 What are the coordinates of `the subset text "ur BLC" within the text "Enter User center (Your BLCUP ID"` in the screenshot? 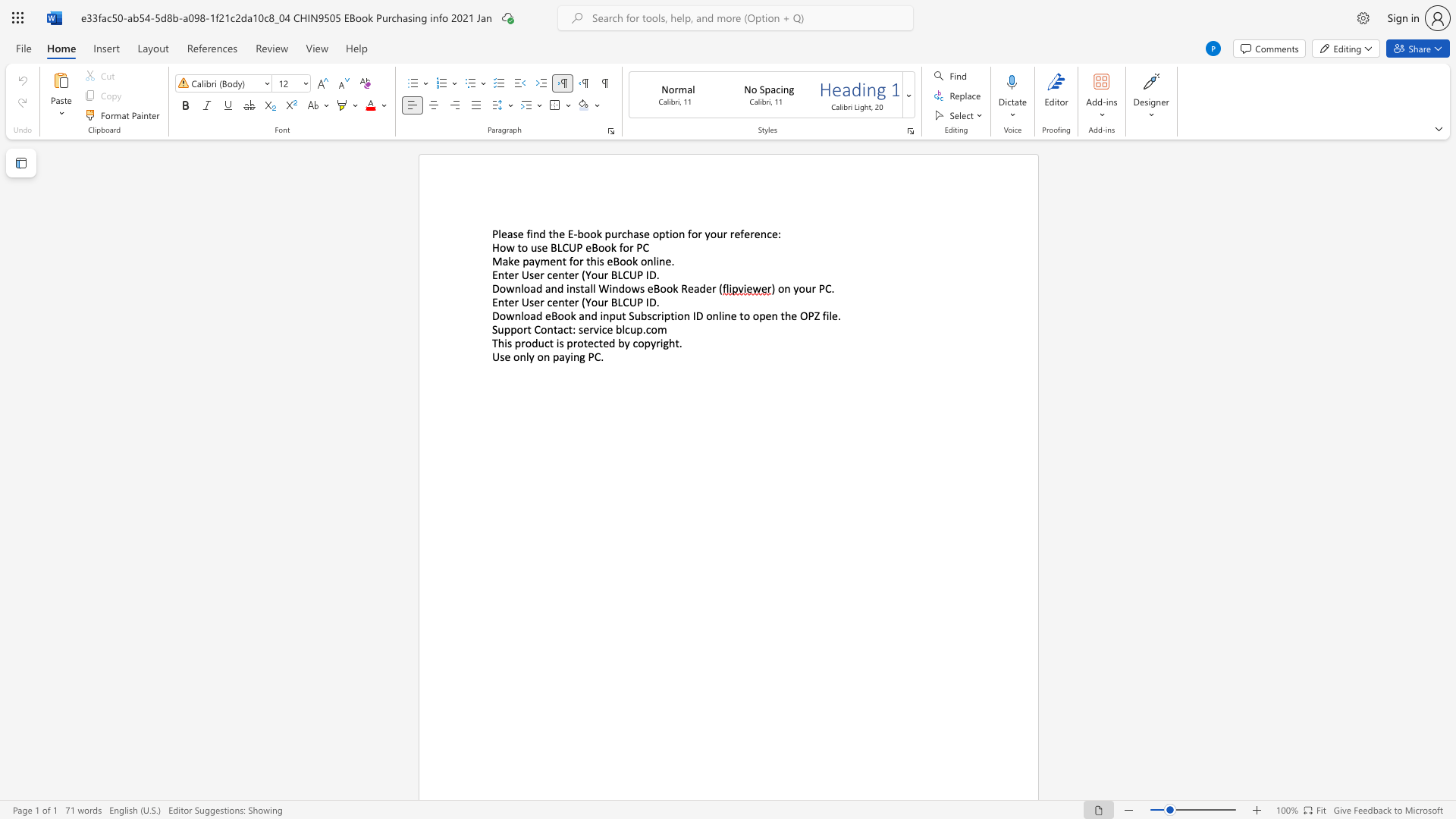 It's located at (597, 275).